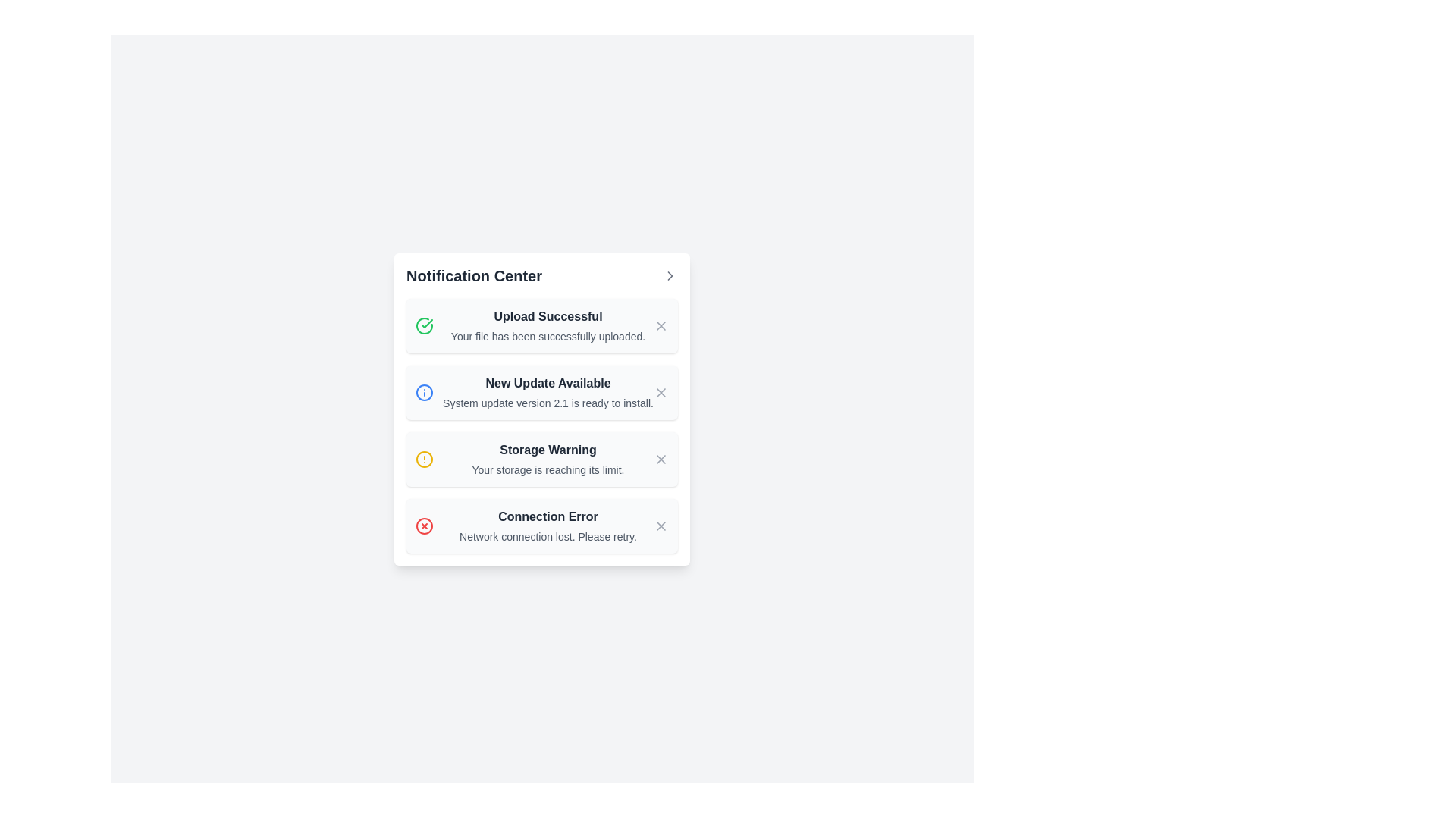 Image resolution: width=1456 pixels, height=819 pixels. What do you see at coordinates (548, 402) in the screenshot?
I see `the descriptive text label located immediately below the title 'New Update Available' in the second notification block of the Notification Center` at bounding box center [548, 402].